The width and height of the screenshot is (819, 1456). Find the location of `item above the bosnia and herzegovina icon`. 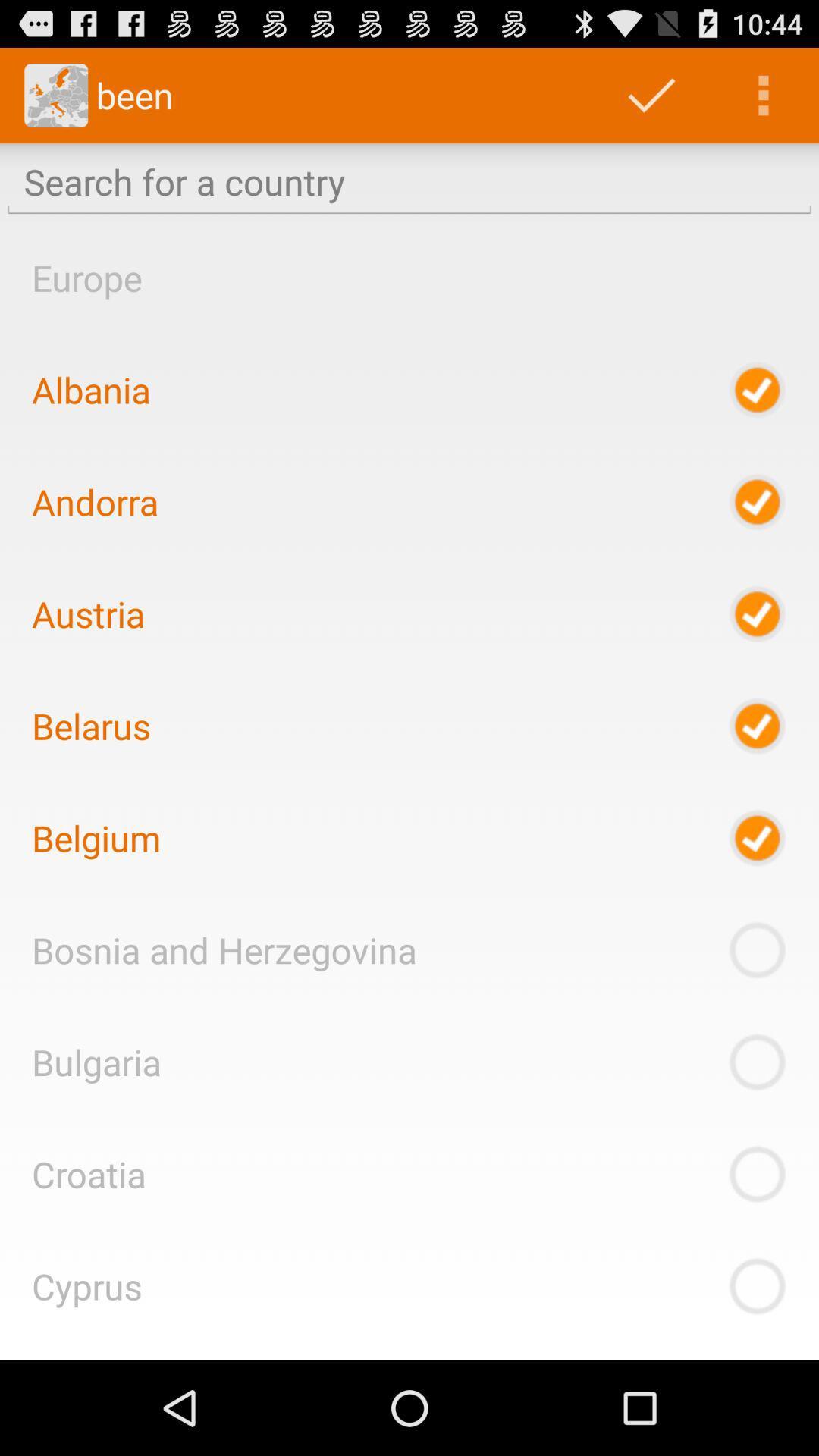

item above the bosnia and herzegovina icon is located at coordinates (96, 837).